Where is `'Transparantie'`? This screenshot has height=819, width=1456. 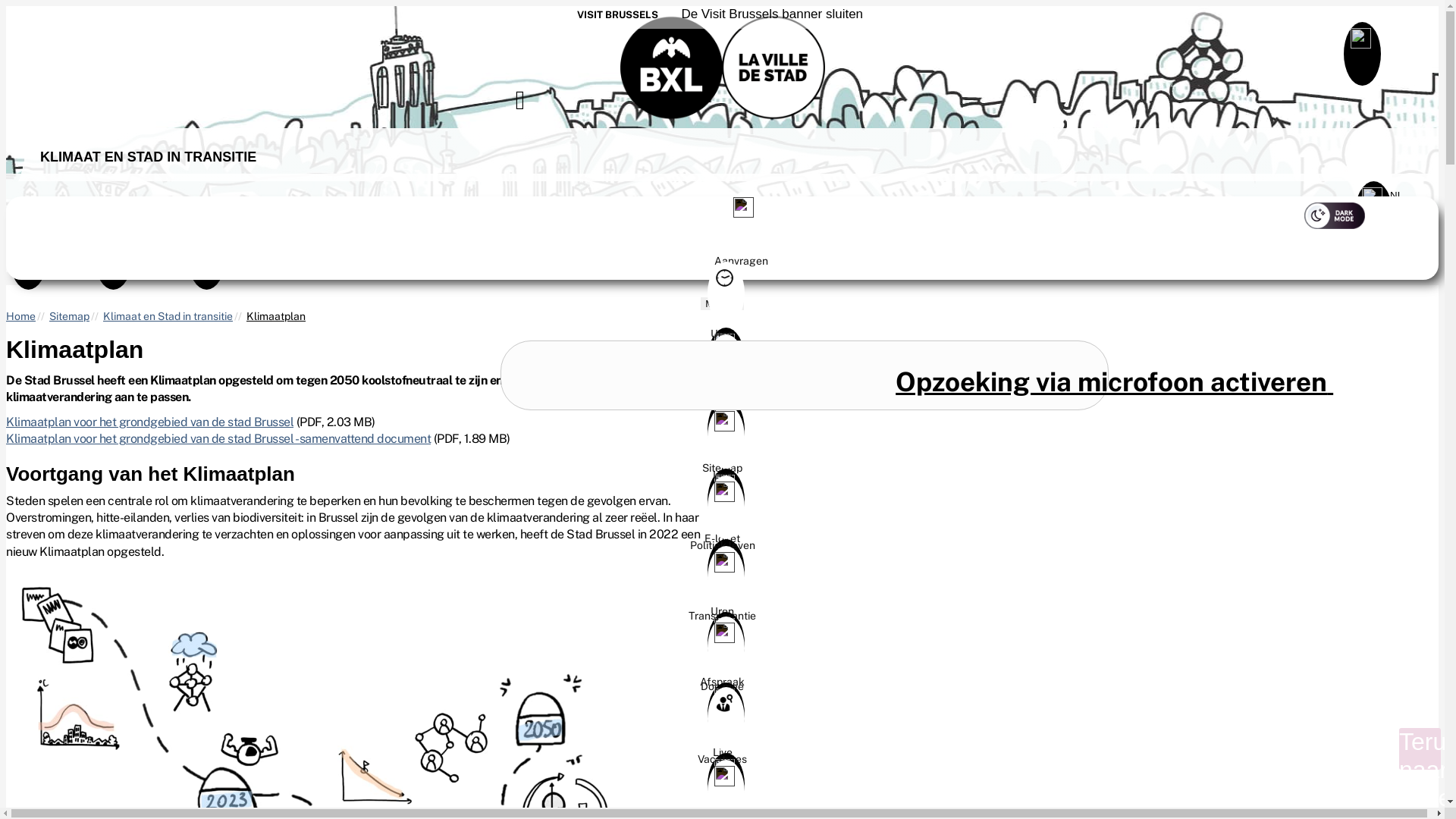
'Transparantie' is located at coordinates (721, 591).